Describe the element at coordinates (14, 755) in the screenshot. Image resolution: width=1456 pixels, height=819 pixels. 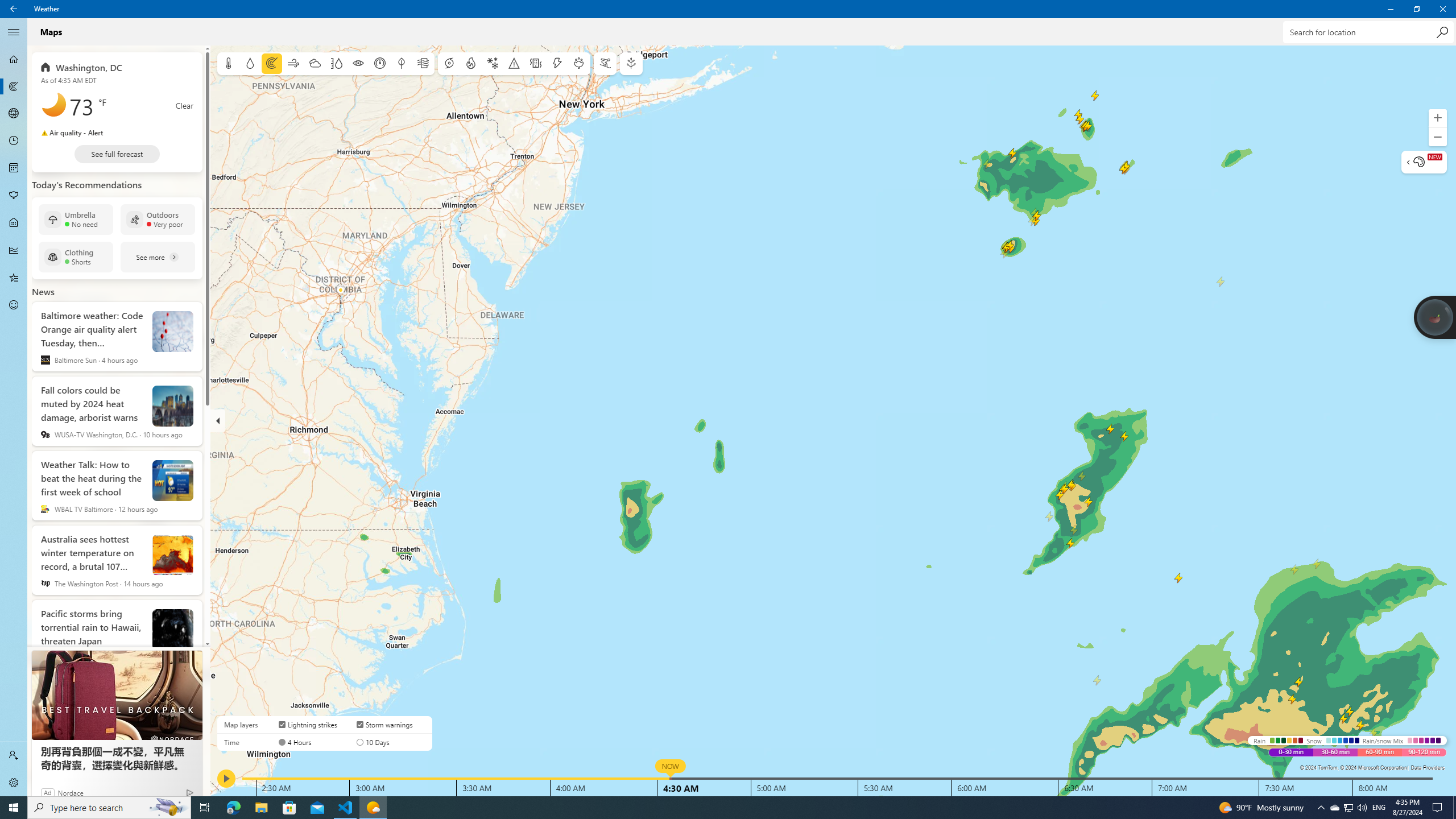
I see `'Sign in'` at that location.